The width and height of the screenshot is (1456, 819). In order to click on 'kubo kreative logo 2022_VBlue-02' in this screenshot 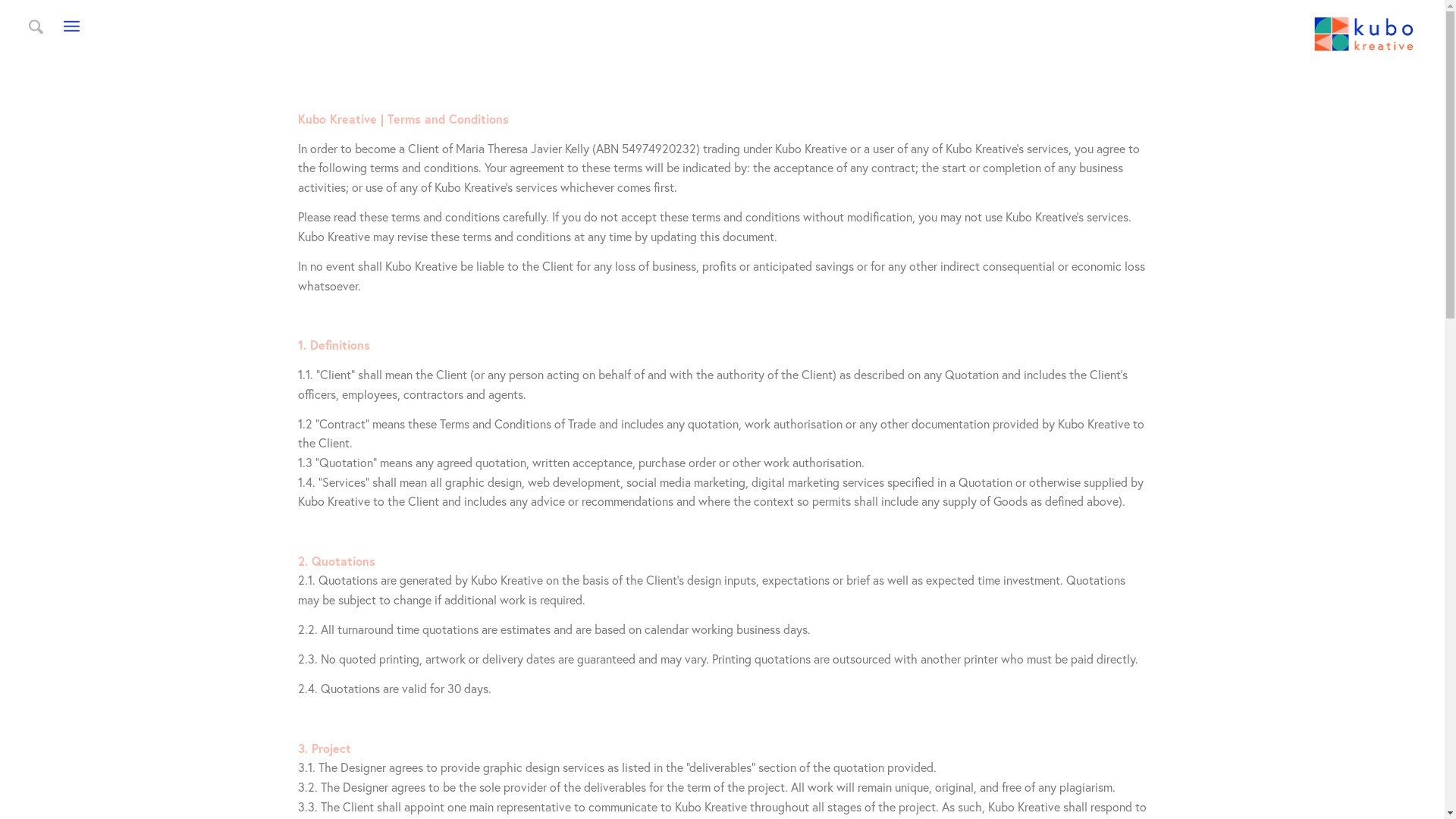, I will do `click(1363, 34)`.